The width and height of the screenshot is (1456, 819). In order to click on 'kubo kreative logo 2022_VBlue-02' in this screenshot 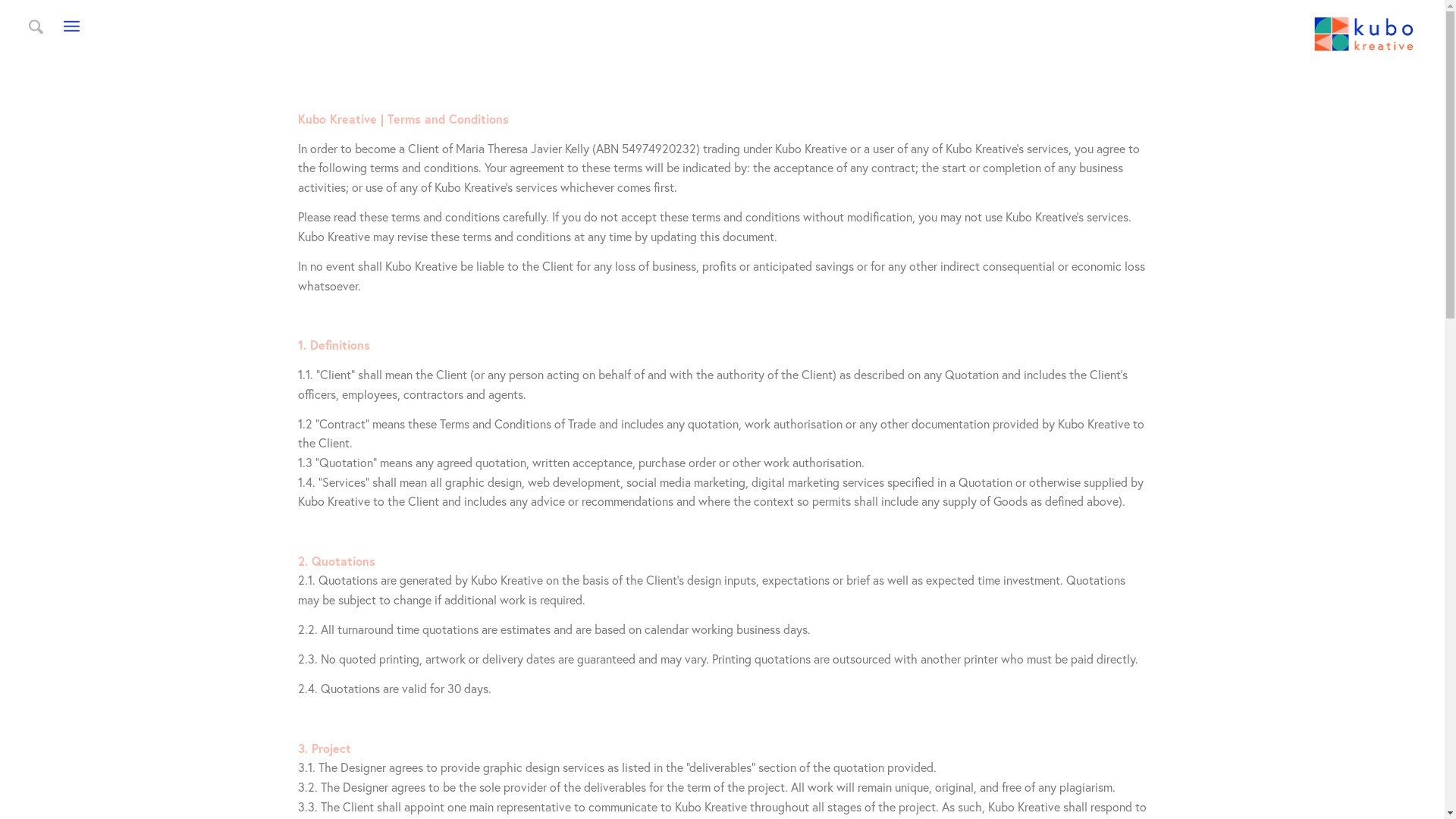, I will do `click(1363, 34)`.